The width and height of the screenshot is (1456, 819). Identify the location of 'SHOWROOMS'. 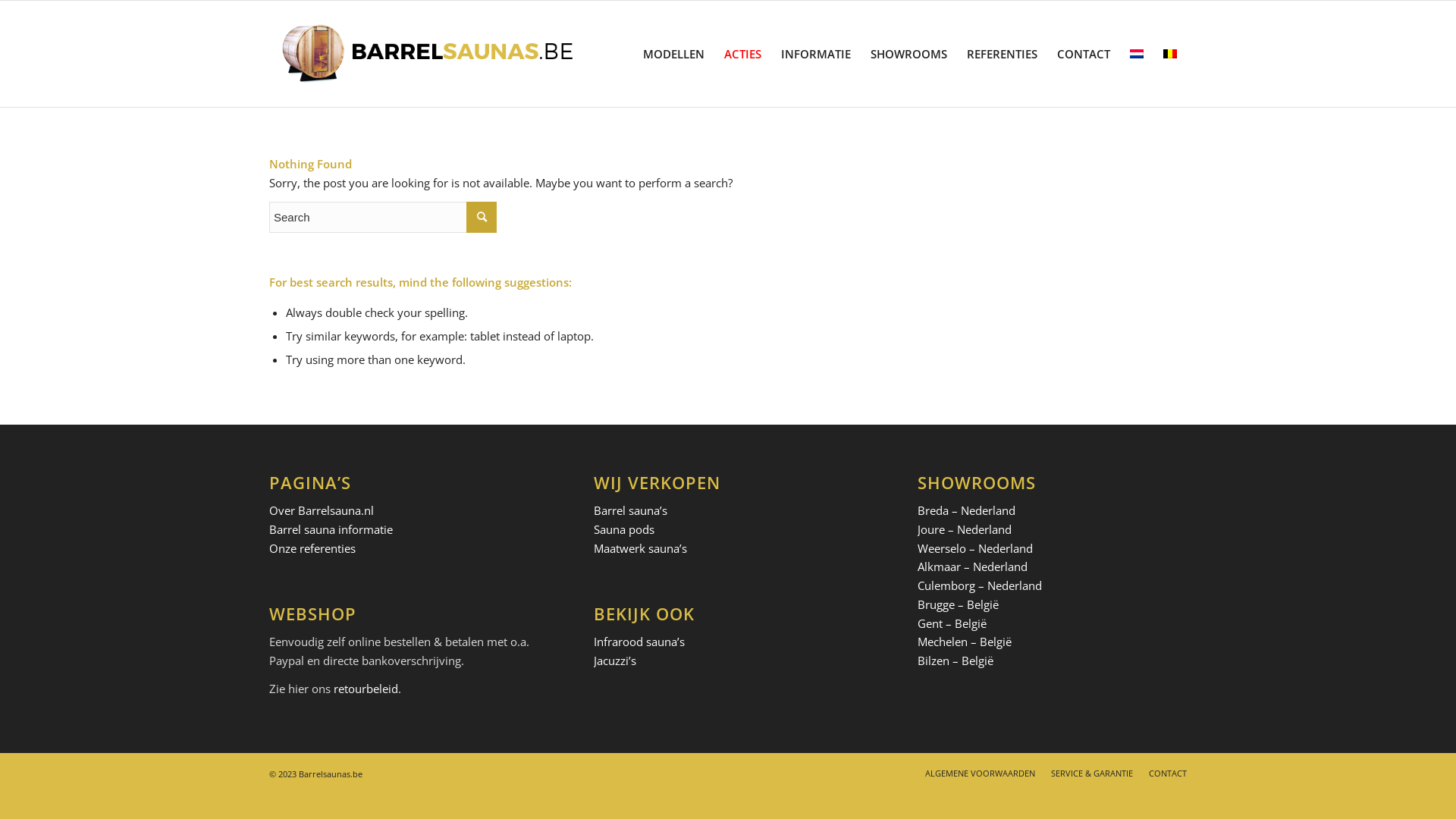
(908, 52).